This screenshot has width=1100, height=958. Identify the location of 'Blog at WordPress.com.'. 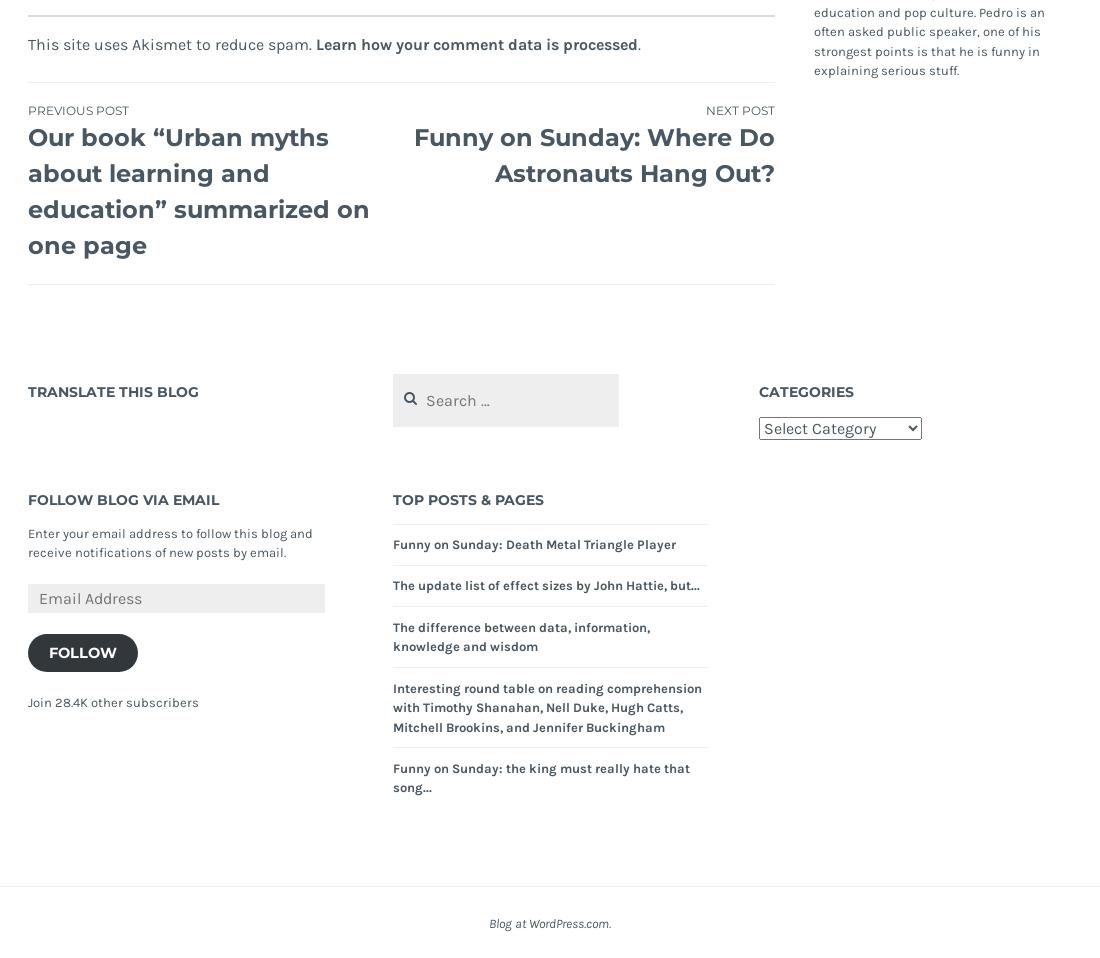
(550, 923).